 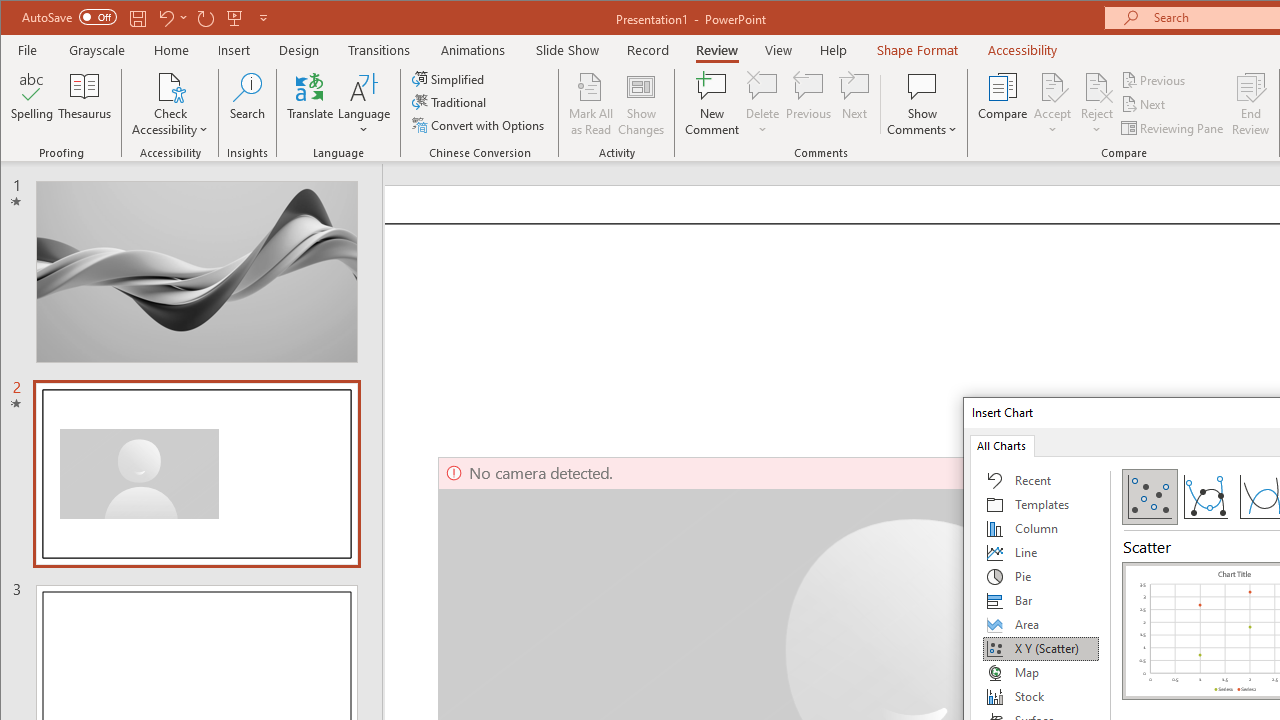 What do you see at coordinates (1040, 623) in the screenshot?
I see `'Area'` at bounding box center [1040, 623].